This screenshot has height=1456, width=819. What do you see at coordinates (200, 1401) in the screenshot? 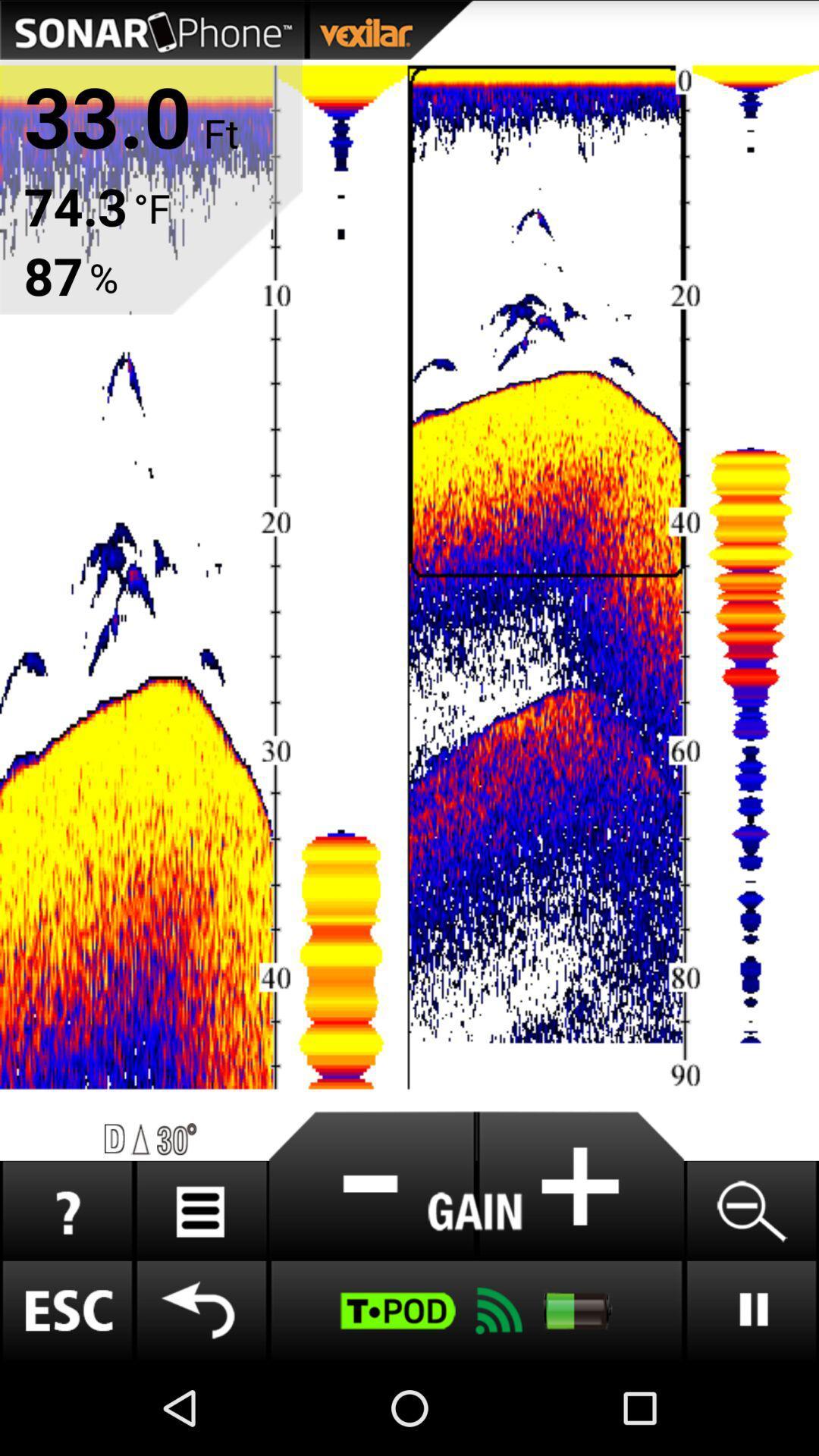
I see `the undo icon` at bounding box center [200, 1401].